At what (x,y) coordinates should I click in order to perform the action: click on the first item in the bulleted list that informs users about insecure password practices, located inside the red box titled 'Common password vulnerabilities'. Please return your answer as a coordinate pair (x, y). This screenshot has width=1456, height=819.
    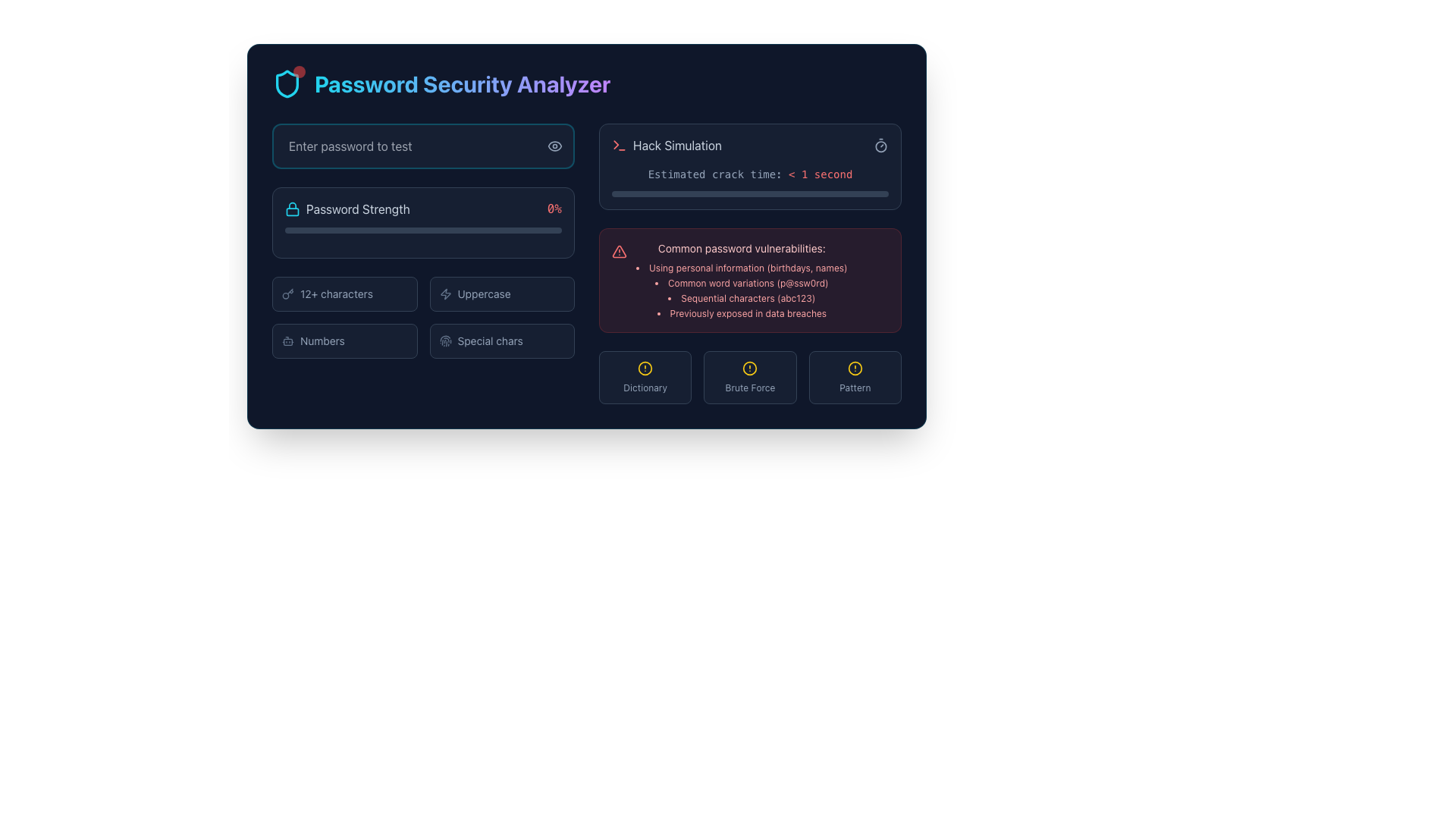
    Looking at the image, I should click on (742, 268).